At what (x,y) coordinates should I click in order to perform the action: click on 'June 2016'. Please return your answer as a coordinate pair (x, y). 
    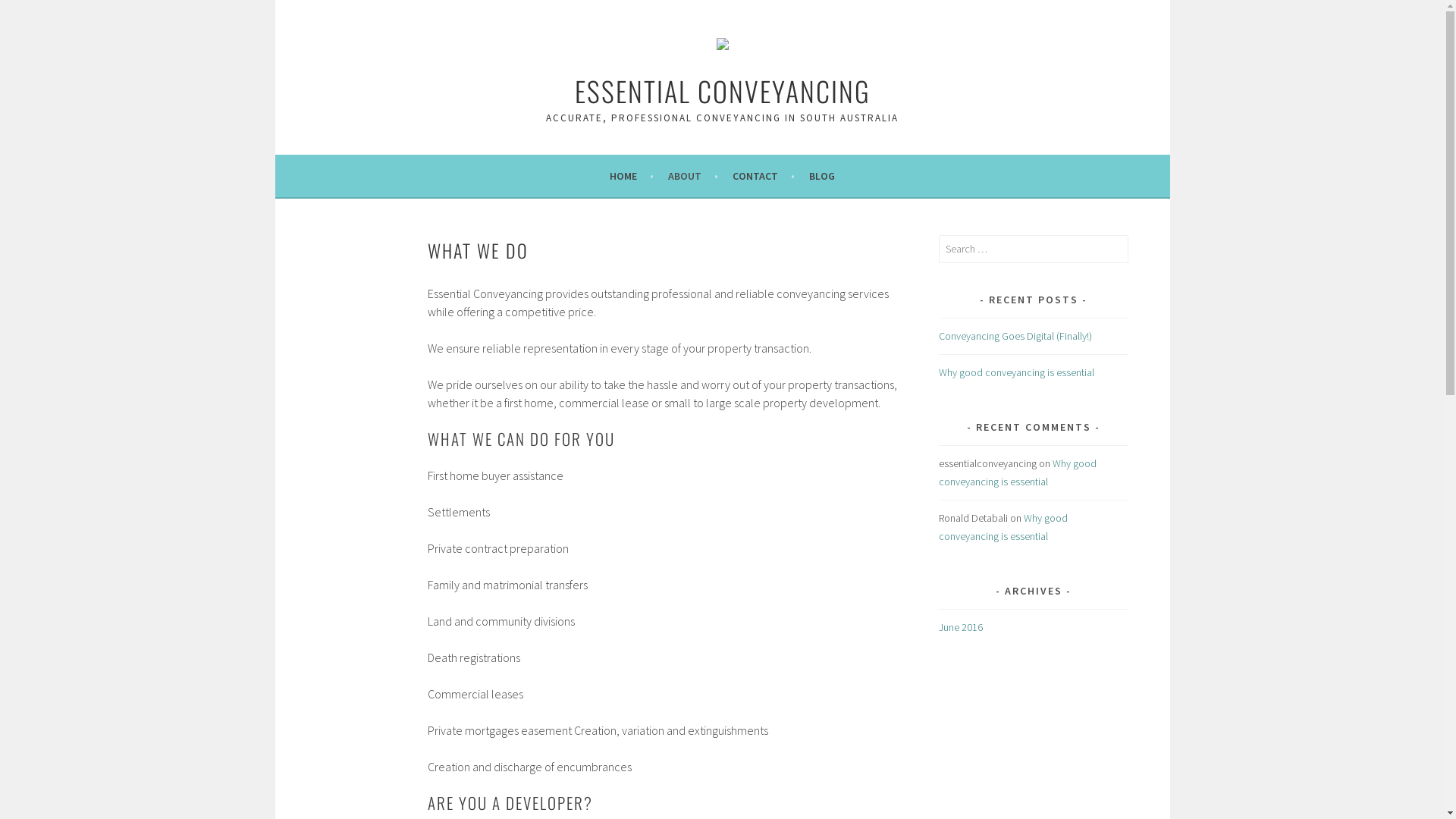
    Looking at the image, I should click on (960, 626).